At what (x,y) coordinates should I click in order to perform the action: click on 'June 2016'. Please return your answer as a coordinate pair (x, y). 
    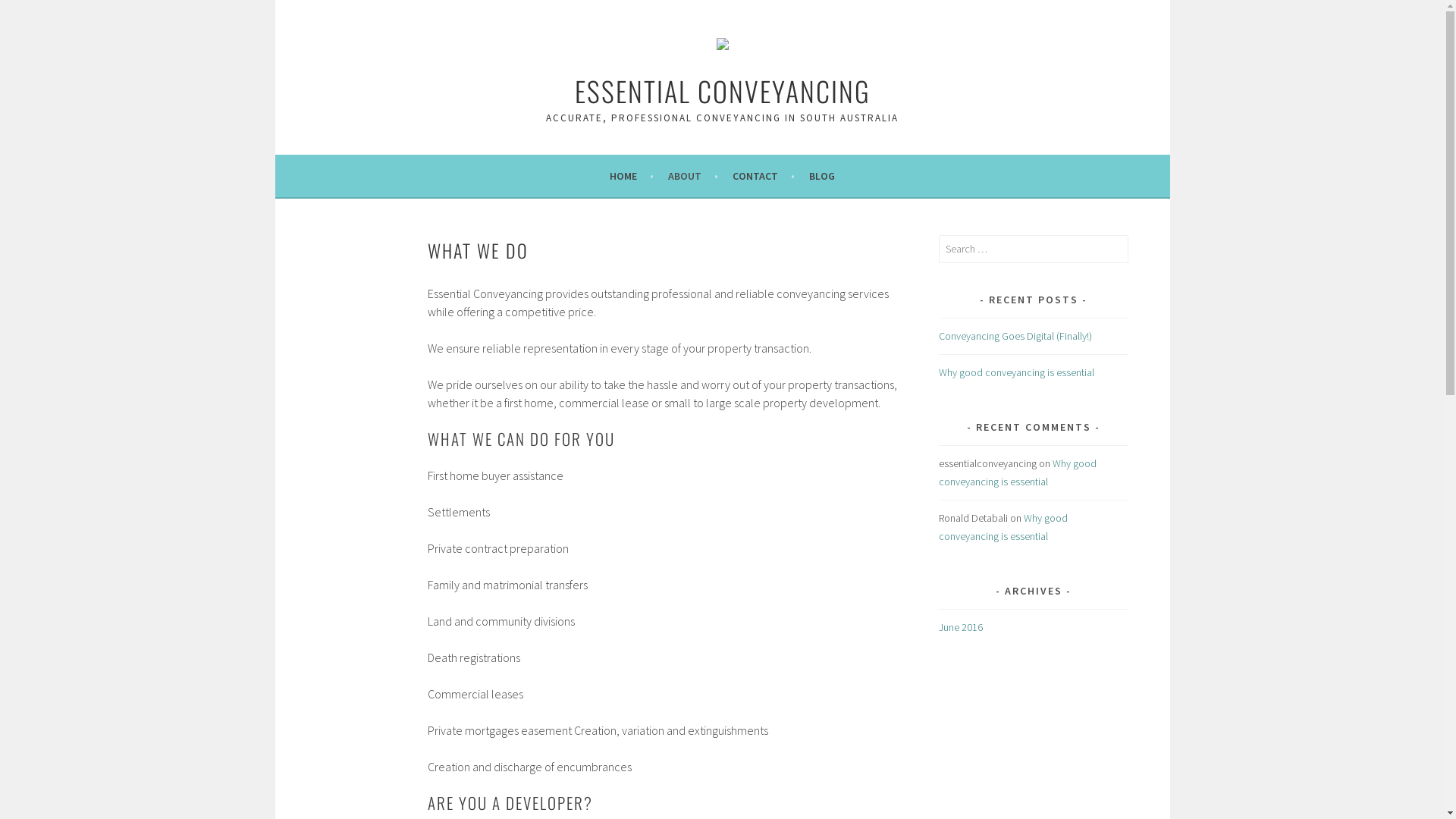
    Looking at the image, I should click on (960, 626).